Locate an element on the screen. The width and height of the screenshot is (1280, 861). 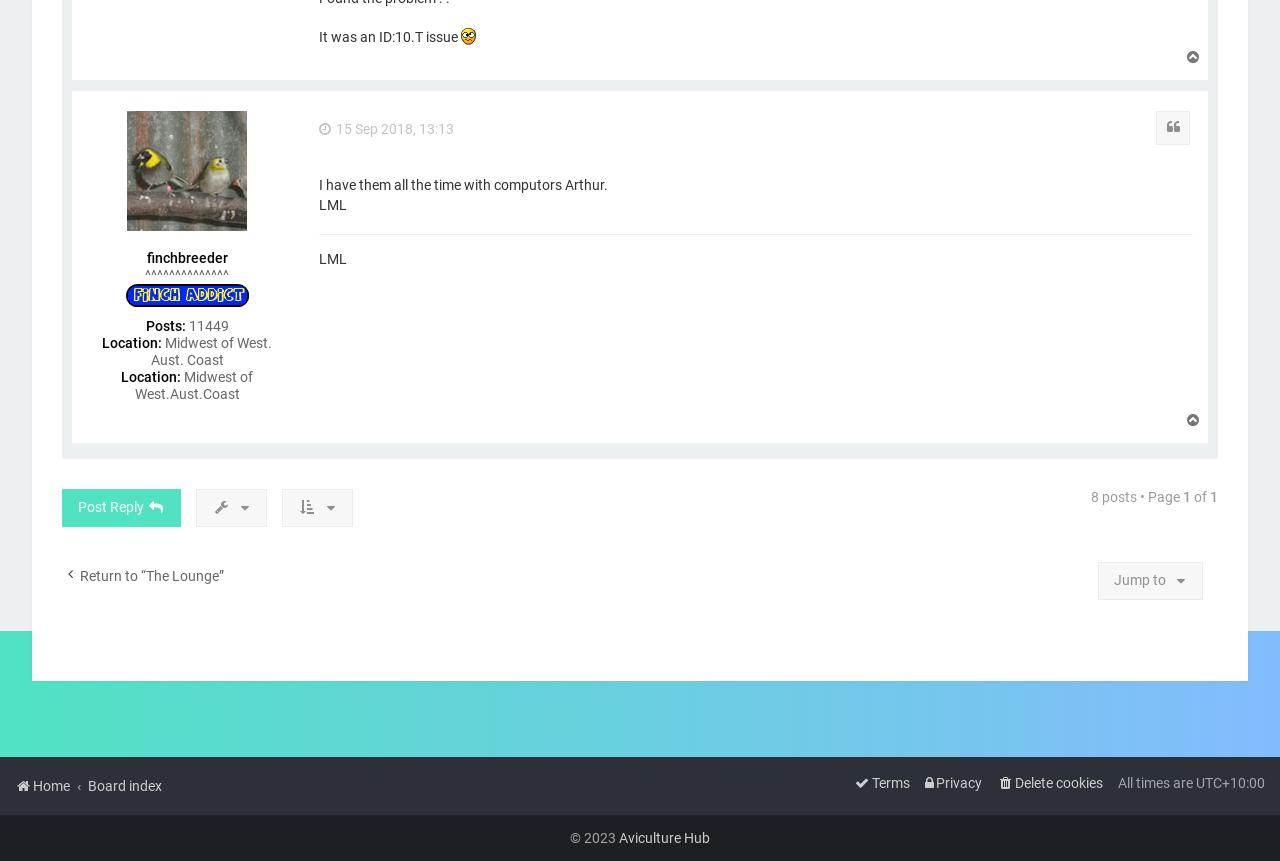
'Jump to' is located at coordinates (1112, 578).